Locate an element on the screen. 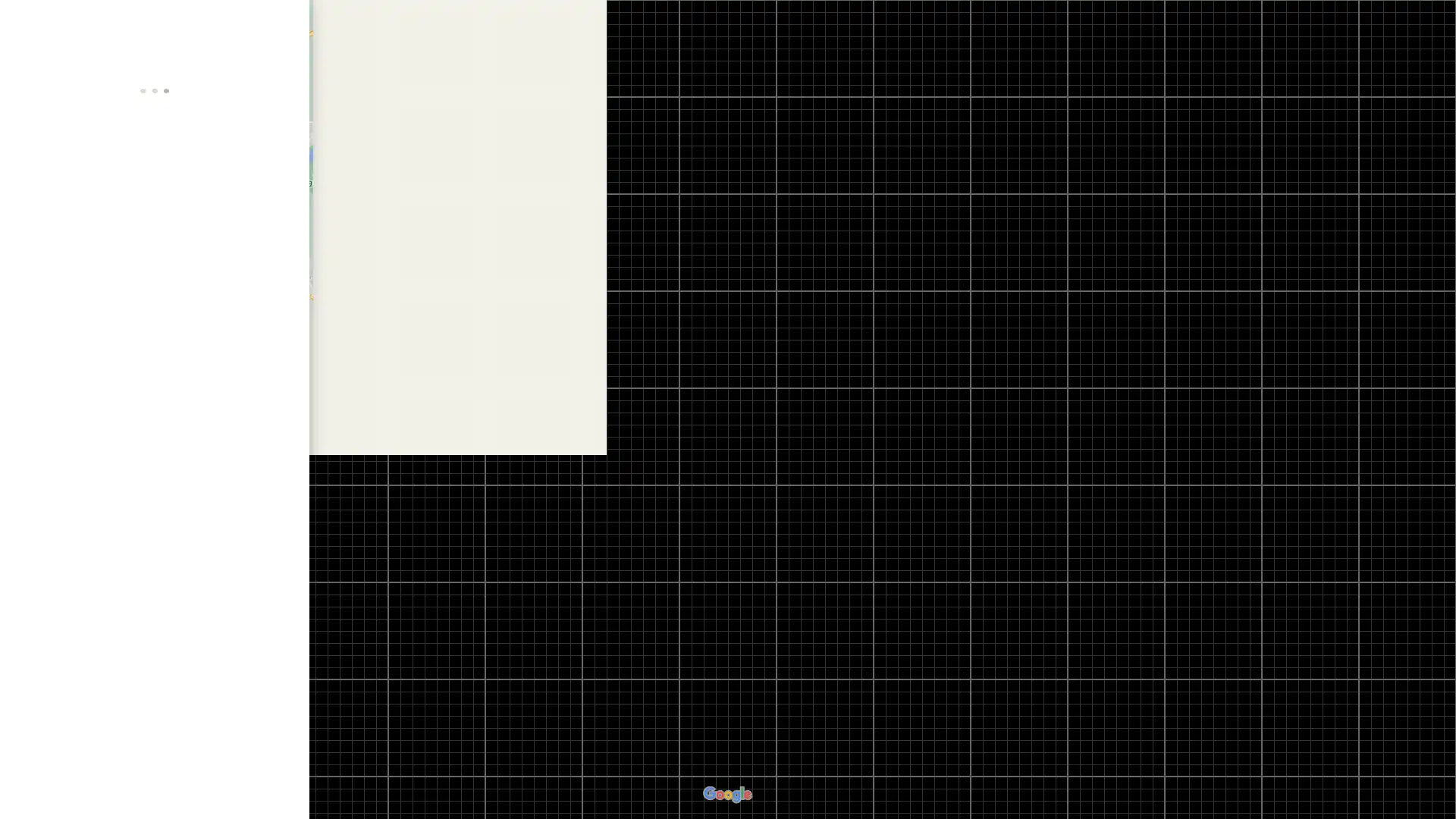  Software company is located at coordinates (61, 243).